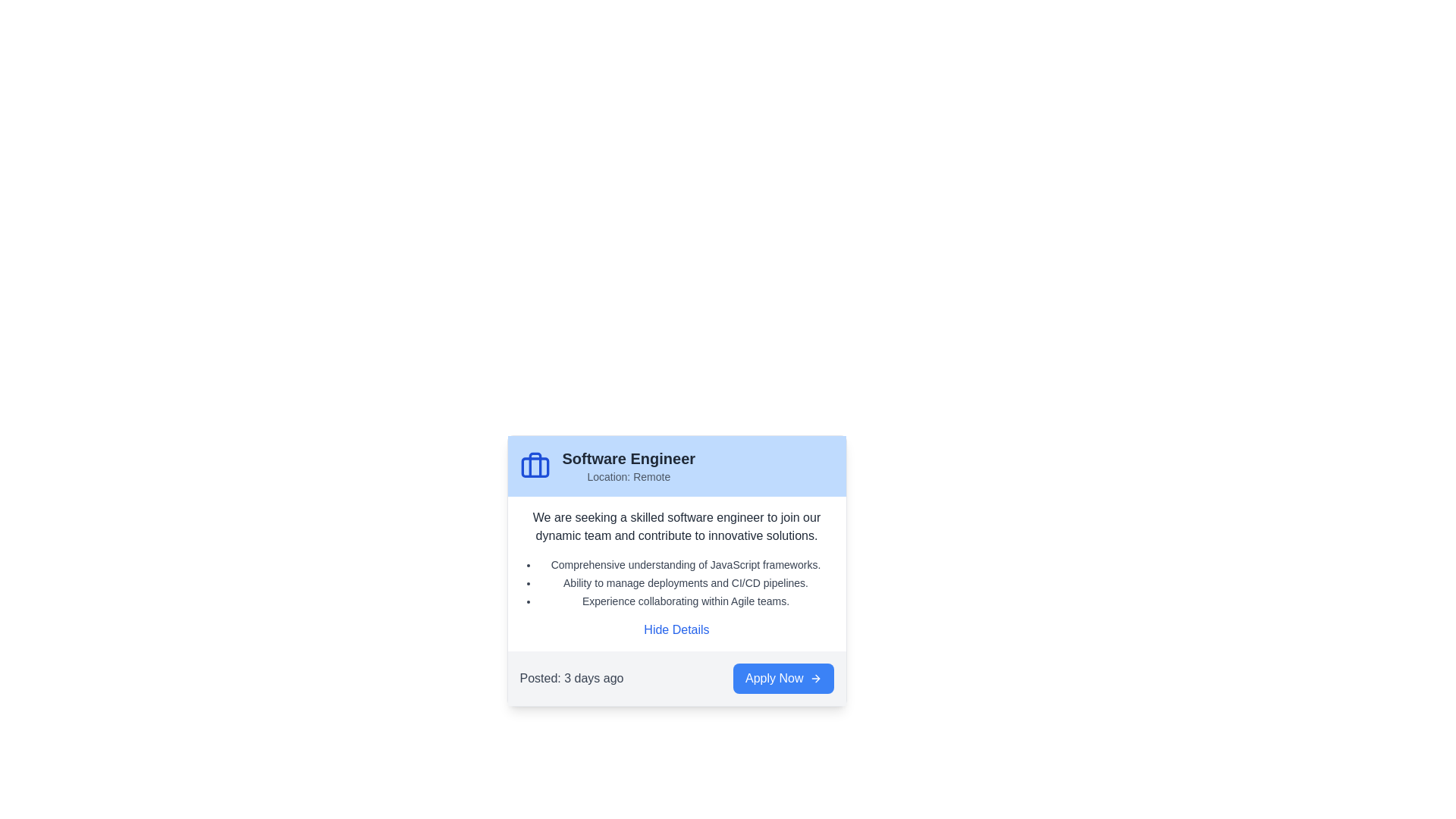 The height and width of the screenshot is (819, 1456). Describe the element at coordinates (629, 458) in the screenshot. I see `the job title label located at the top of the job posting card, which is positioned centrally above the 'Location: Remote' text and under a briefcase icon` at that location.